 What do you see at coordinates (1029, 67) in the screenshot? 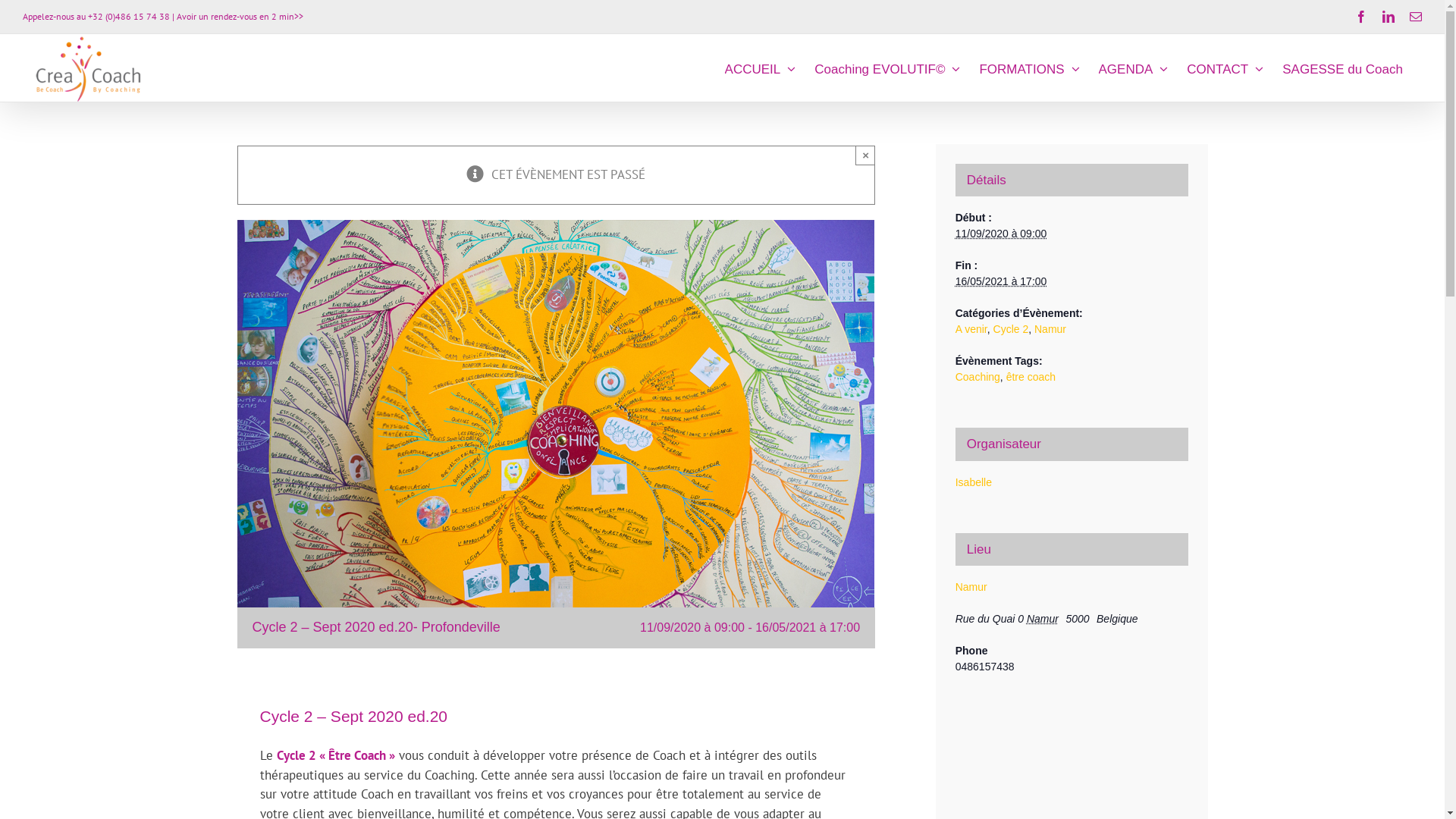
I see `'FORMATIONS'` at bounding box center [1029, 67].